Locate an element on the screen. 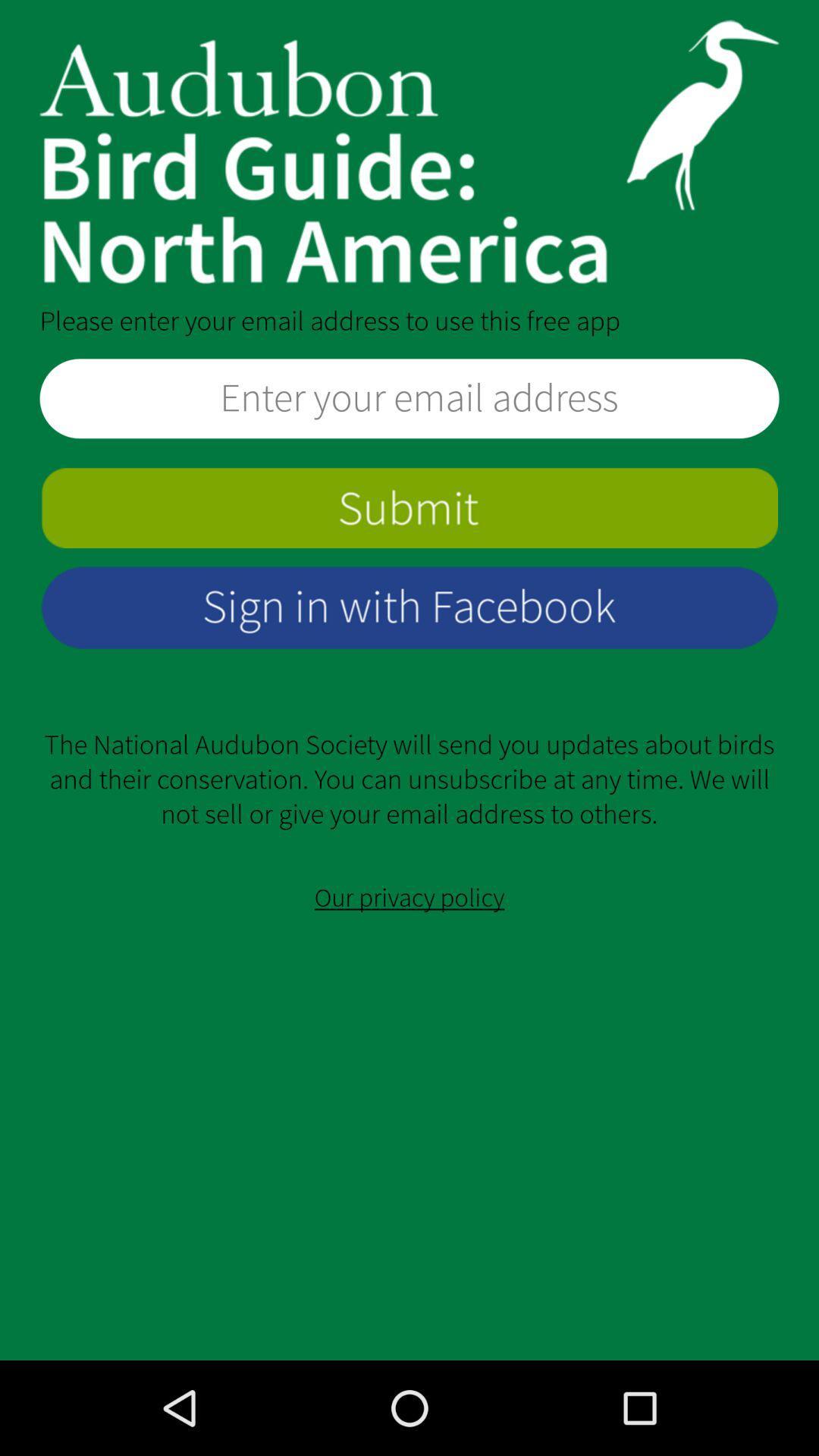  submit email address is located at coordinates (409, 508).